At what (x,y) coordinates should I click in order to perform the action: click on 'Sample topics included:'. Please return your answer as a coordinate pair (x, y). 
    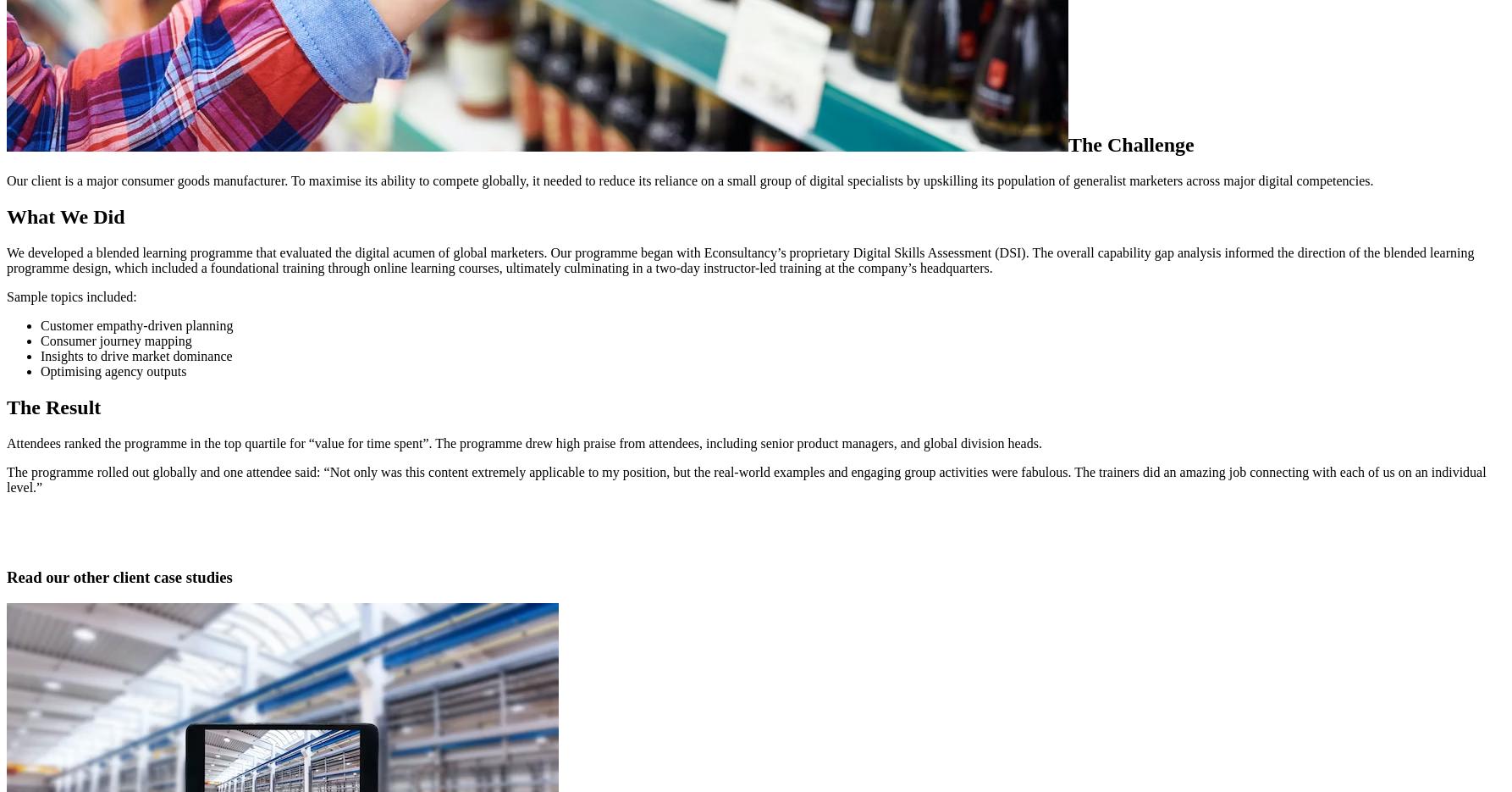
    Looking at the image, I should click on (71, 295).